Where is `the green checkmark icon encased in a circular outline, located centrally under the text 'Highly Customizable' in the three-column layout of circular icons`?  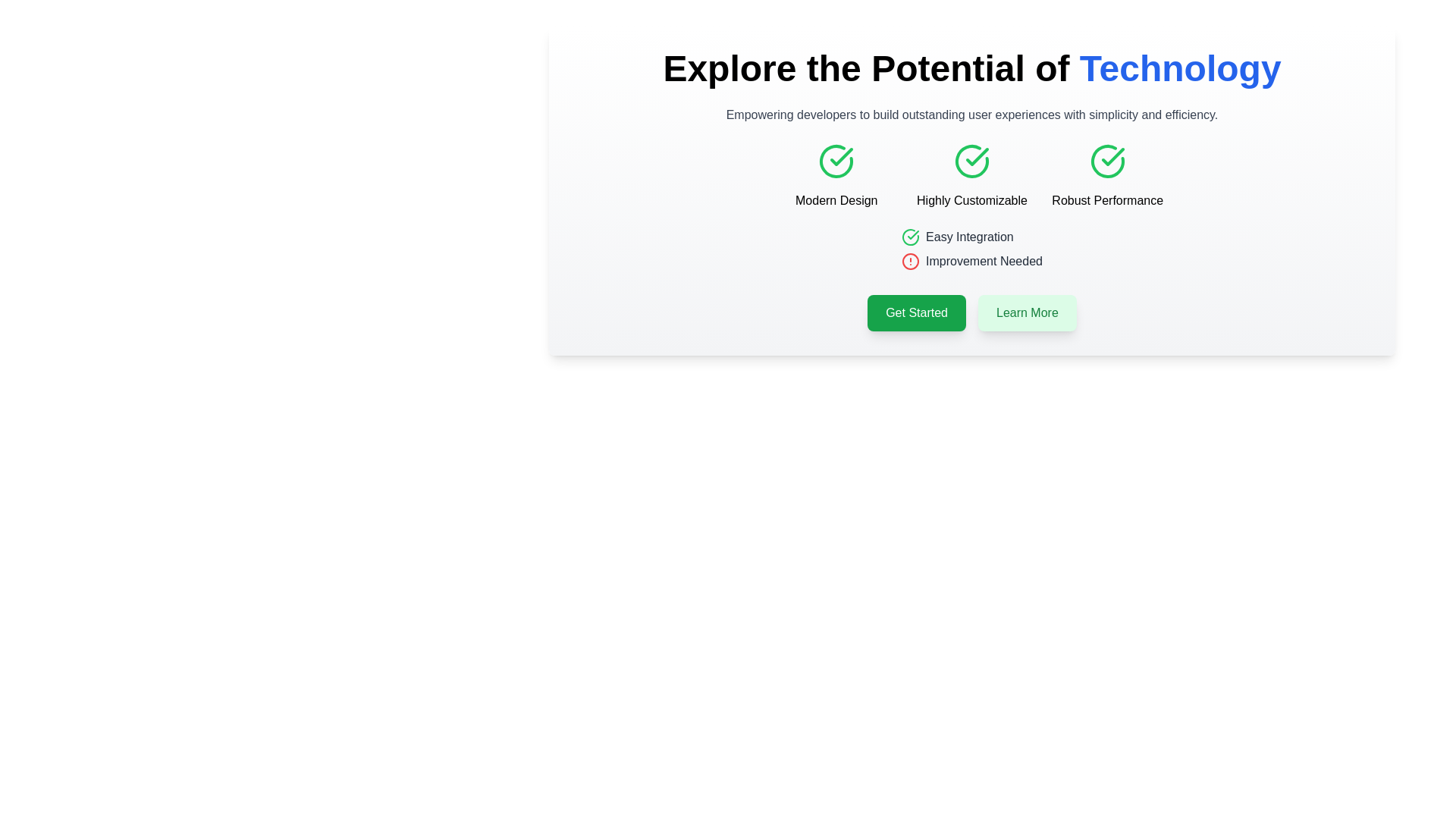 the green checkmark icon encased in a circular outline, located centrally under the text 'Highly Customizable' in the three-column layout of circular icons is located at coordinates (971, 161).